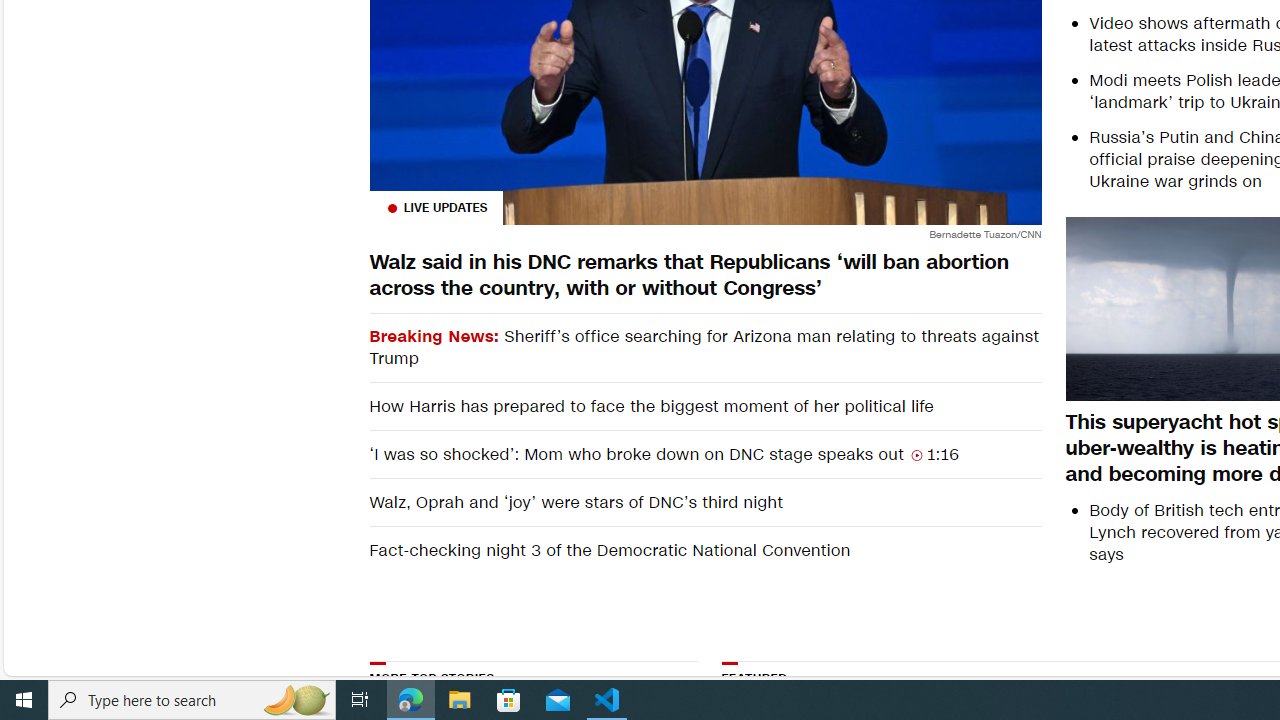 This screenshot has width=1280, height=720. Describe the element at coordinates (24, 698) in the screenshot. I see `'Start'` at that location.